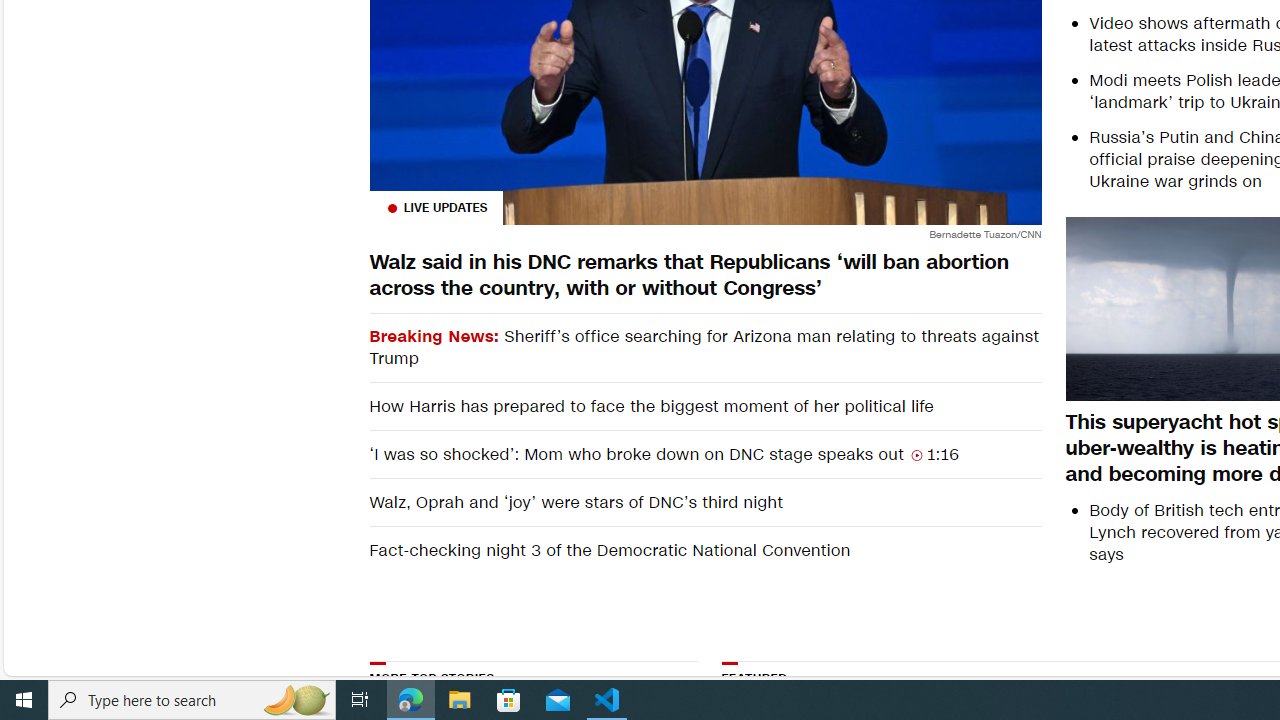 This screenshot has width=1280, height=720. Describe the element at coordinates (24, 698) in the screenshot. I see `'Start'` at that location.